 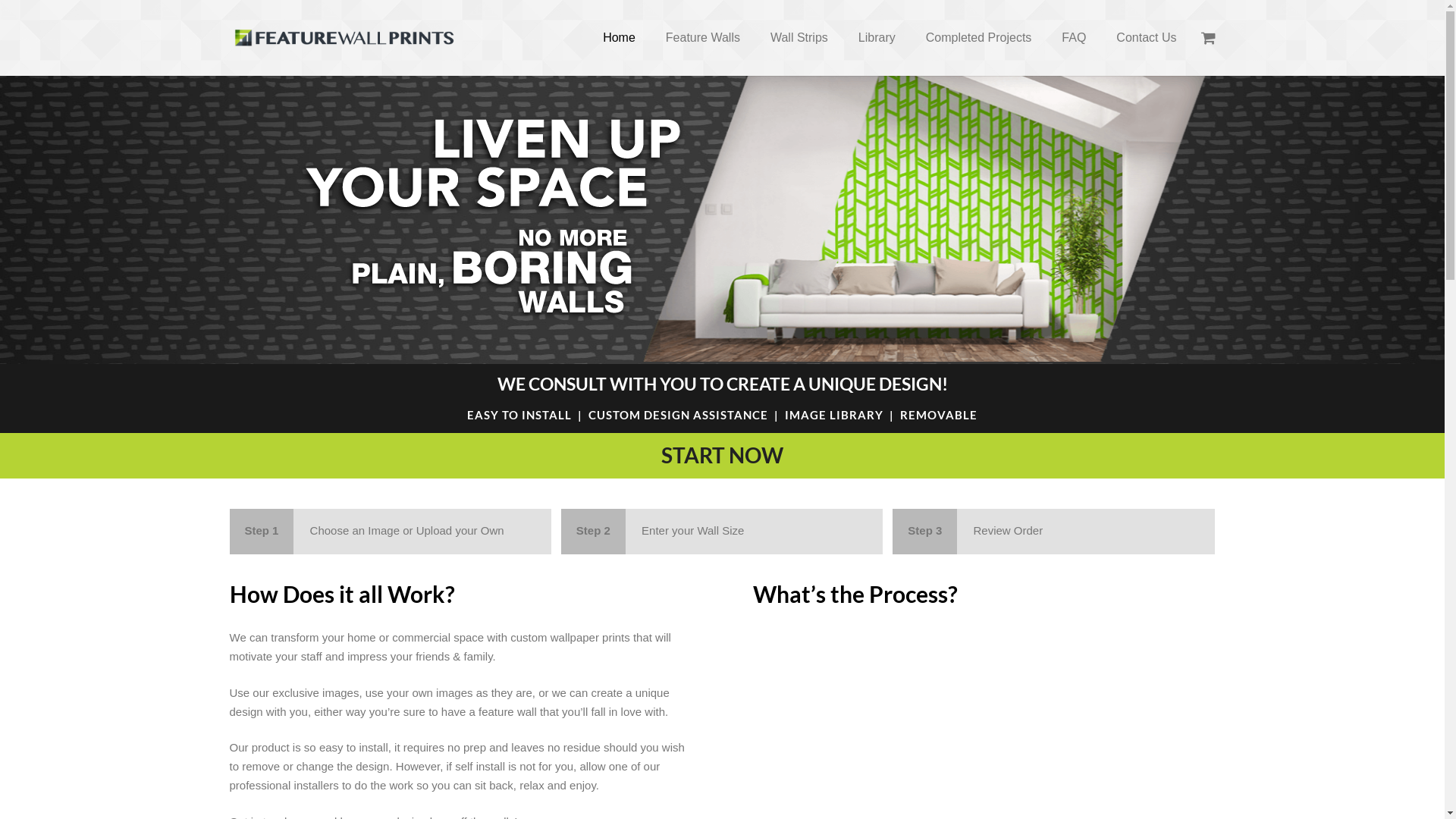 I want to click on 'Wall Strips', so click(x=799, y=37).